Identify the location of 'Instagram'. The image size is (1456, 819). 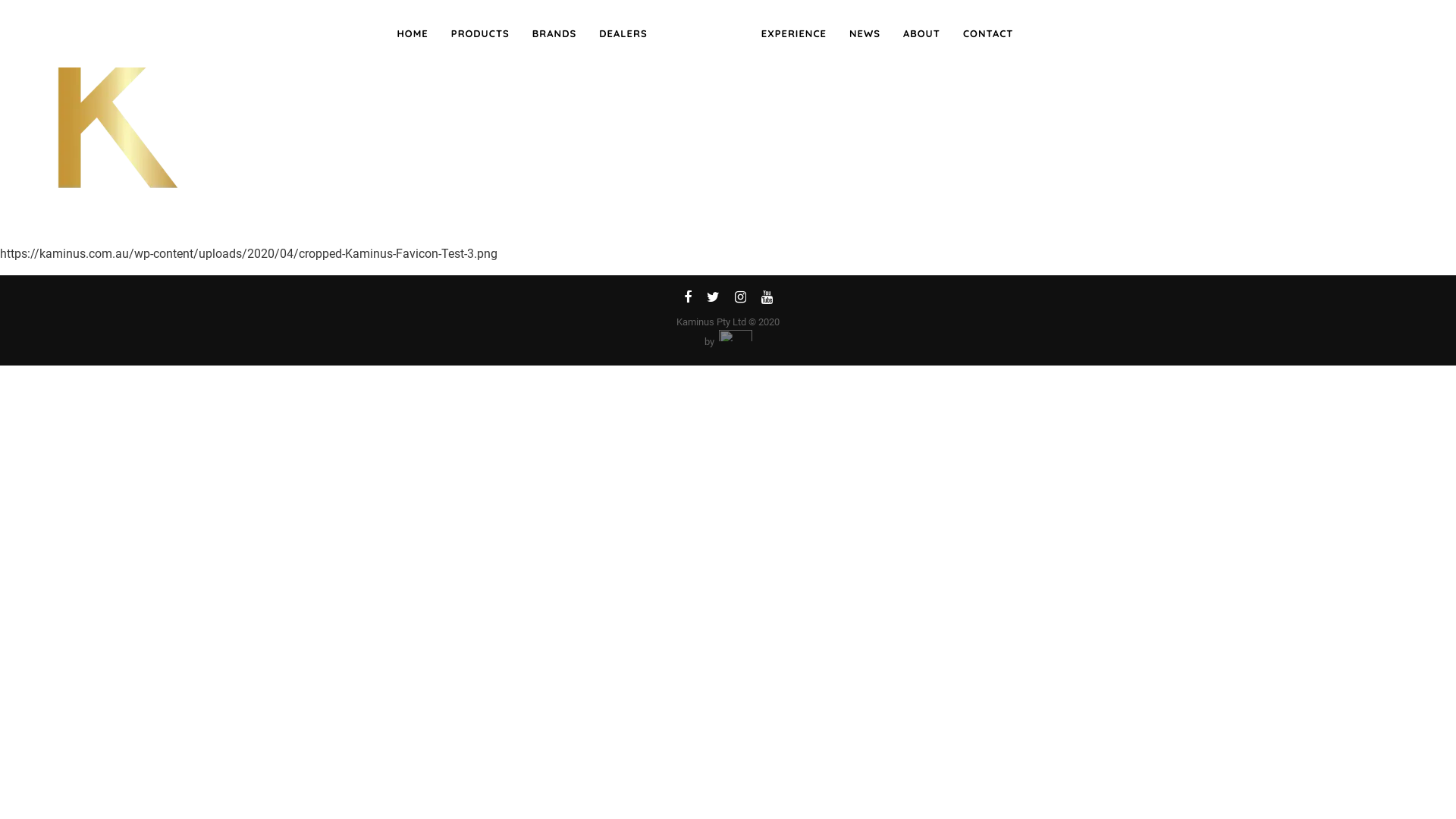
(739, 300).